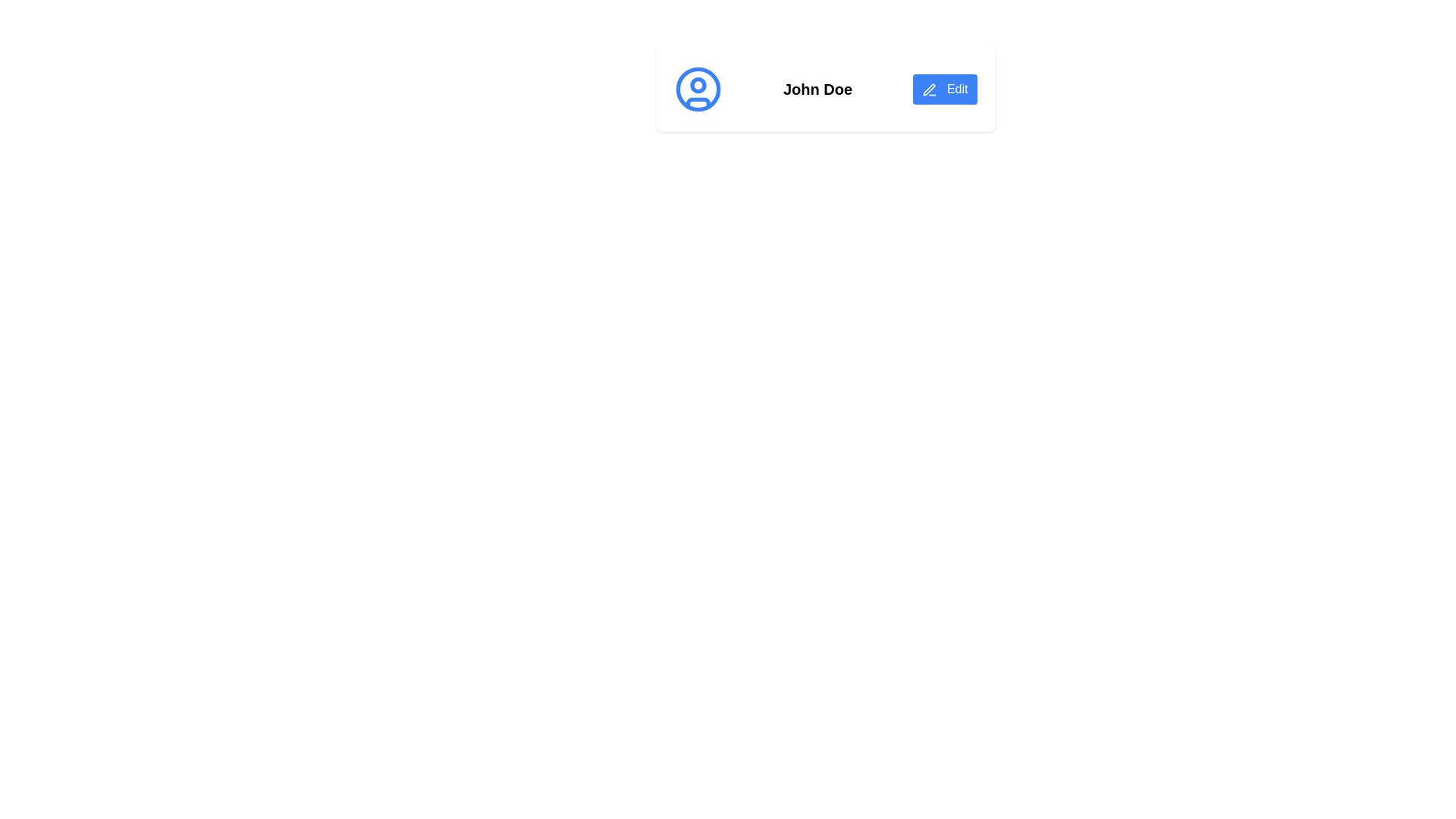 This screenshot has height=819, width=1456. I want to click on the blue 'Edit' button with a pen icon located to the right of the text 'John Doe', so click(944, 89).